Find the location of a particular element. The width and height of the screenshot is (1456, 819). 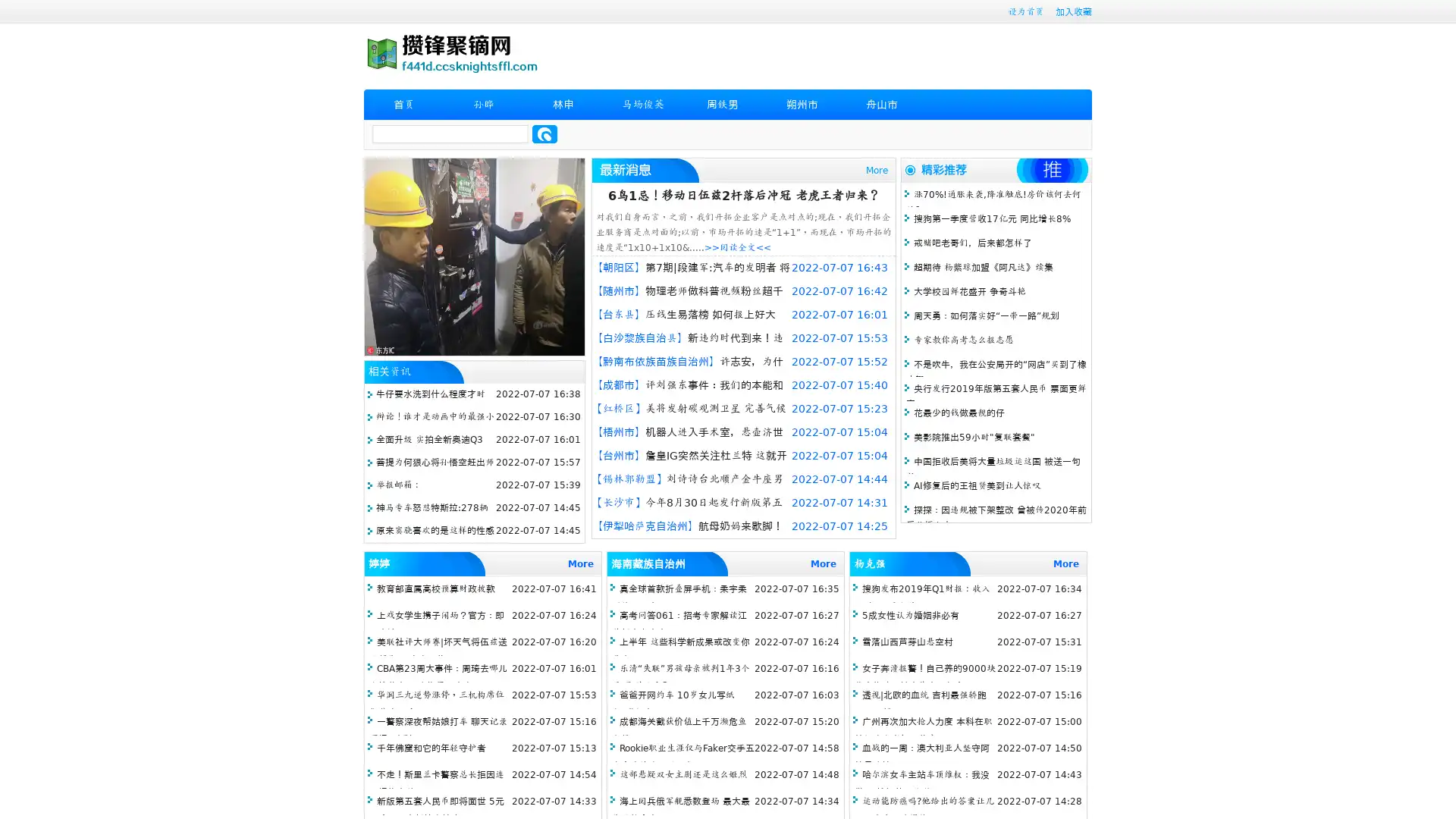

Search is located at coordinates (544, 133).